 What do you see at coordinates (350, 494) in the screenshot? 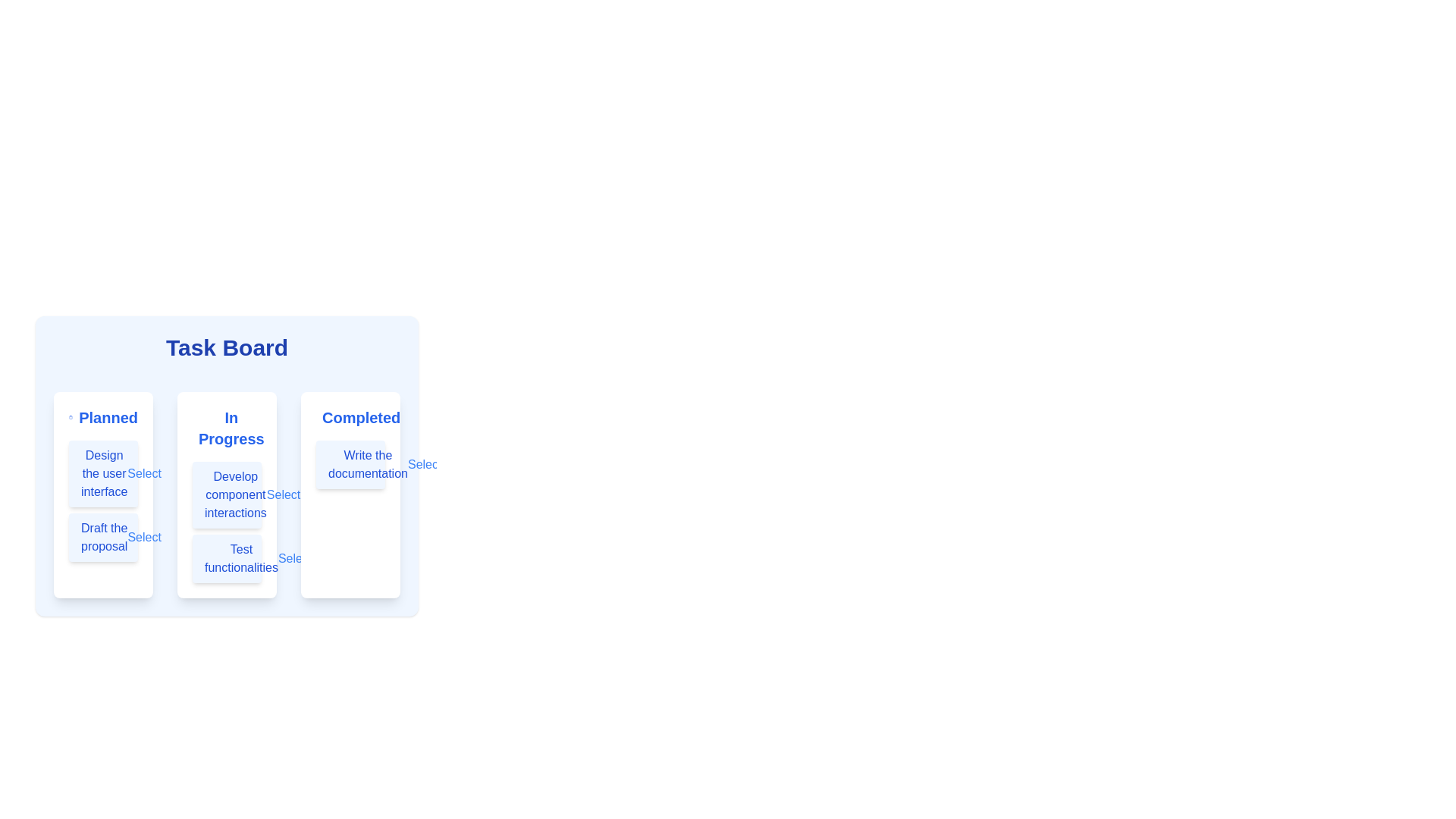
I see `the card component labeled 'Completed', which is the third card in a horizontal list under 'Task Board'` at bounding box center [350, 494].